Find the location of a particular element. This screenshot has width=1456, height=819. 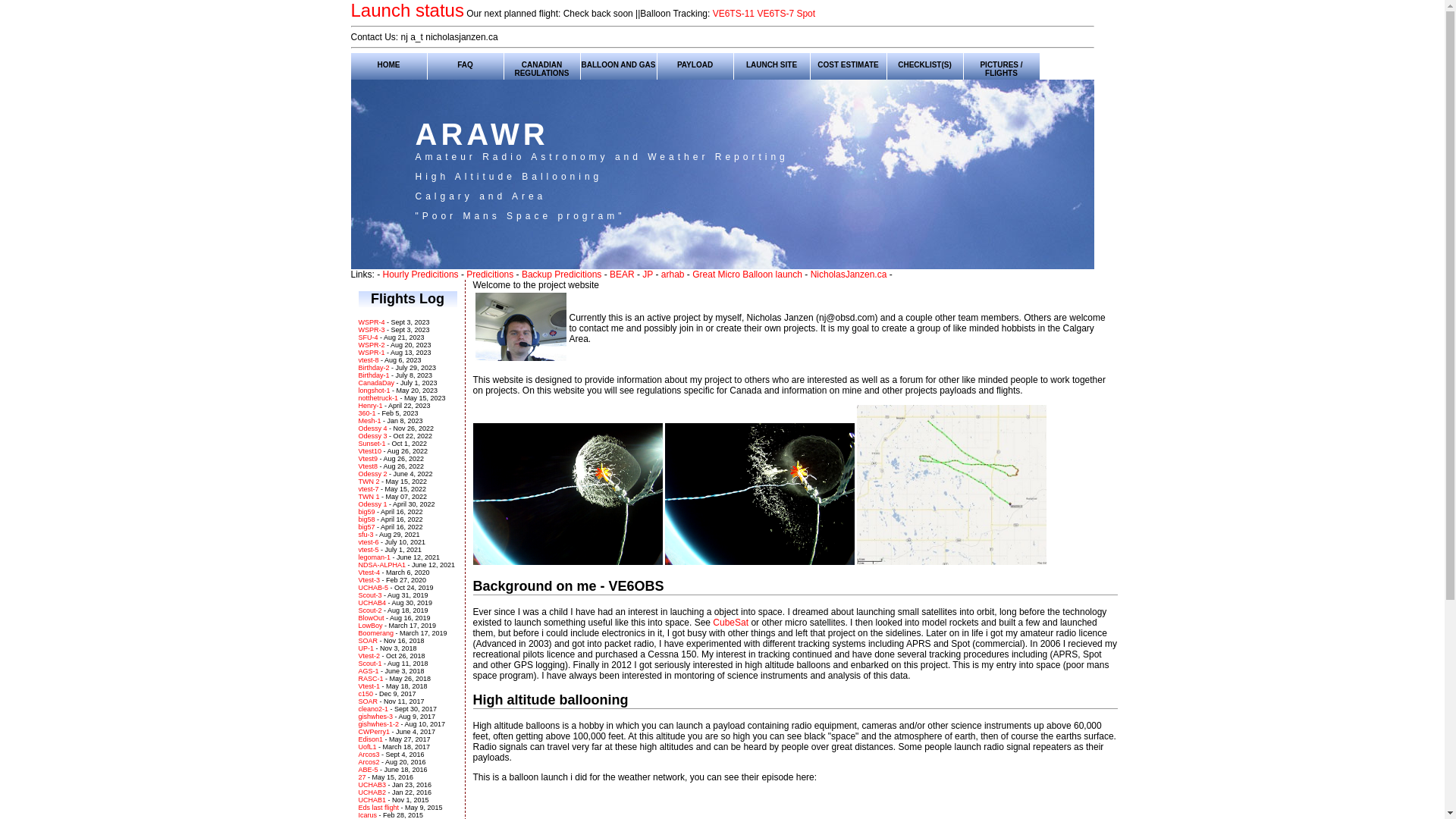

'Predicitions' is located at coordinates (490, 275).